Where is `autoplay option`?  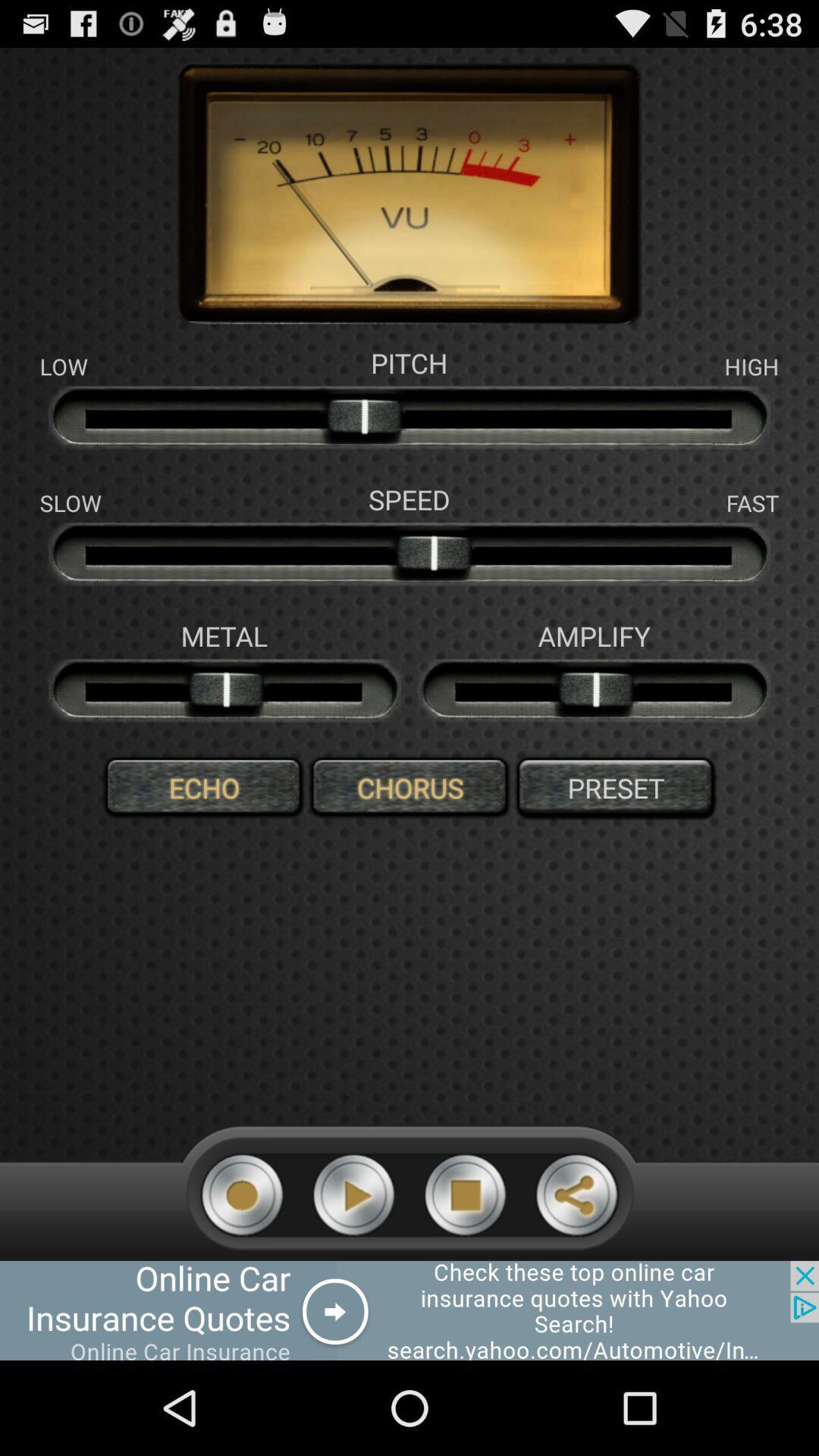
autoplay option is located at coordinates (353, 1194).